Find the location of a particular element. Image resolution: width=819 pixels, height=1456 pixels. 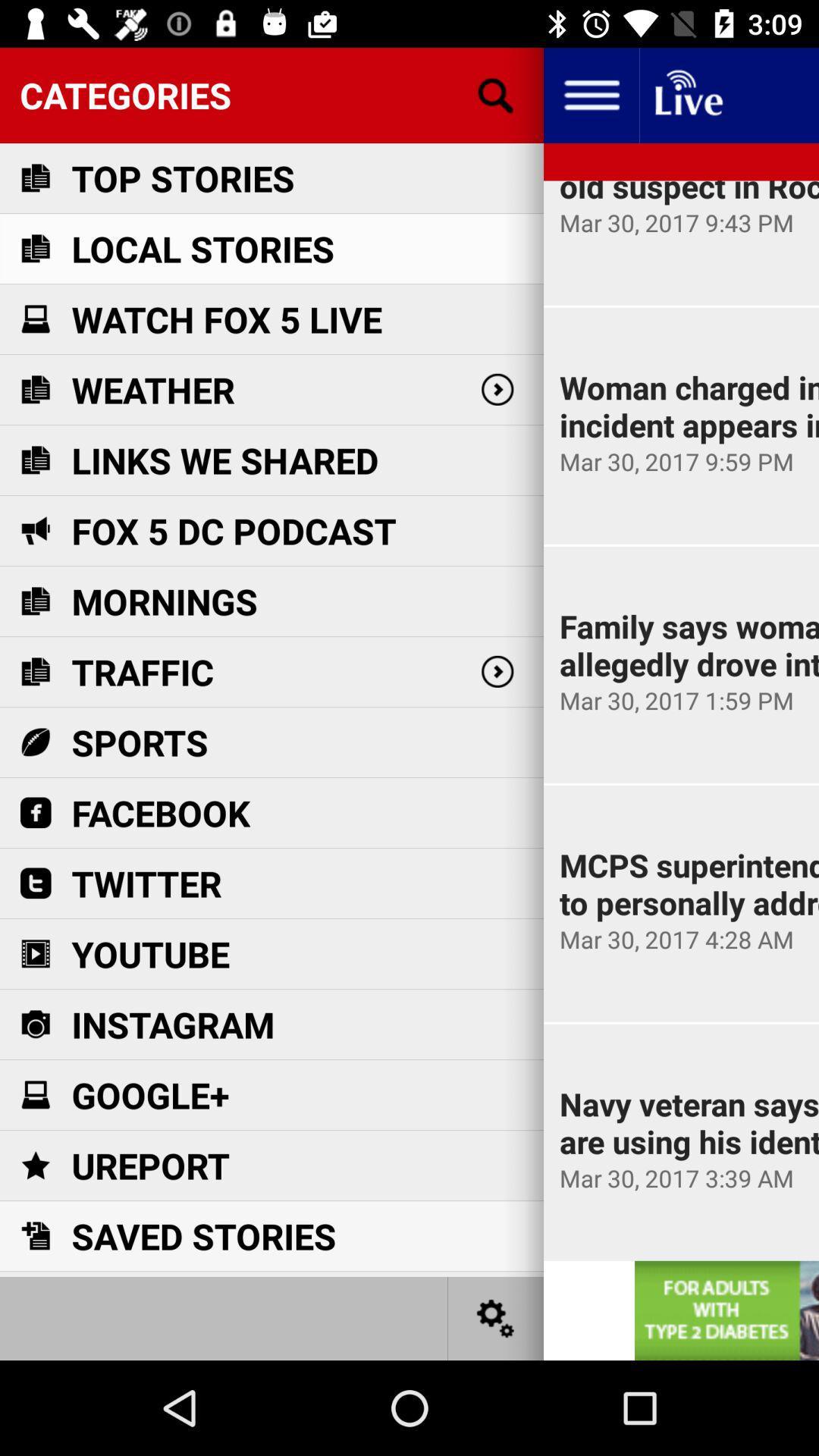

the menu icon is located at coordinates (590, 94).